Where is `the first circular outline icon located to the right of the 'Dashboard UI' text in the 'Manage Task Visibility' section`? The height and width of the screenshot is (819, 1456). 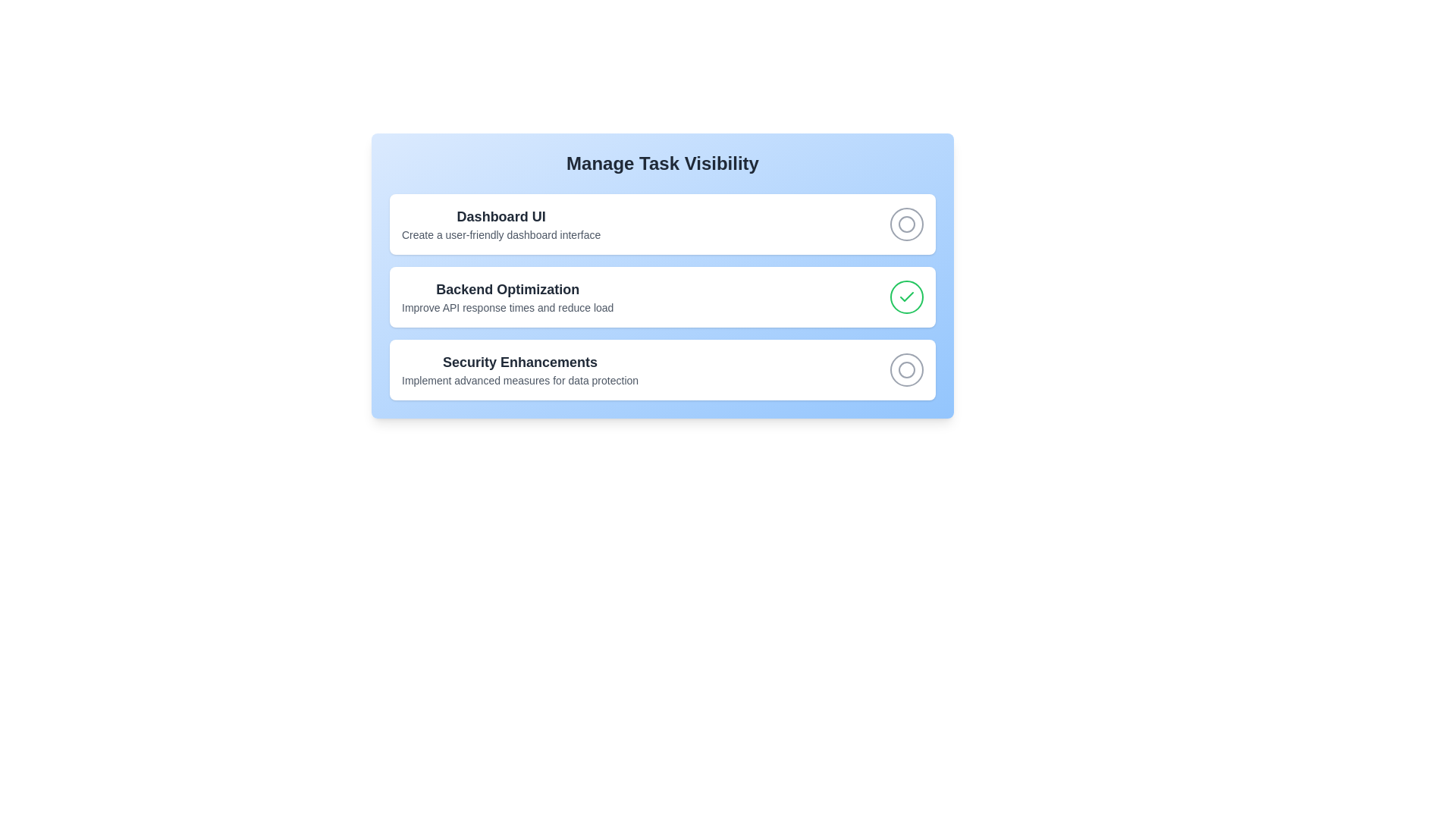 the first circular outline icon located to the right of the 'Dashboard UI' text in the 'Manage Task Visibility' section is located at coordinates (906, 224).